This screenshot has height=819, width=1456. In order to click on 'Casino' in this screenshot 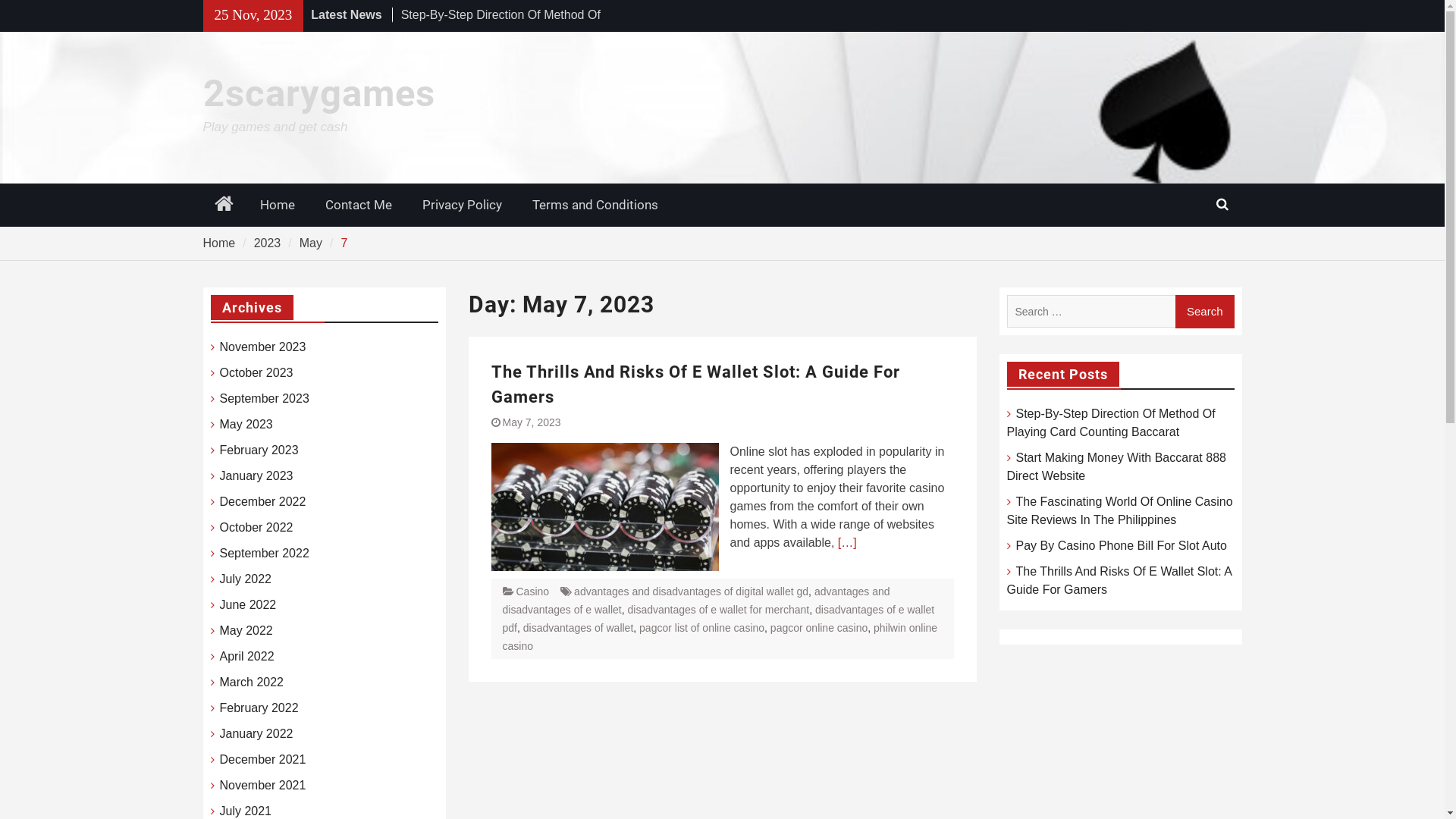, I will do `click(532, 590)`.